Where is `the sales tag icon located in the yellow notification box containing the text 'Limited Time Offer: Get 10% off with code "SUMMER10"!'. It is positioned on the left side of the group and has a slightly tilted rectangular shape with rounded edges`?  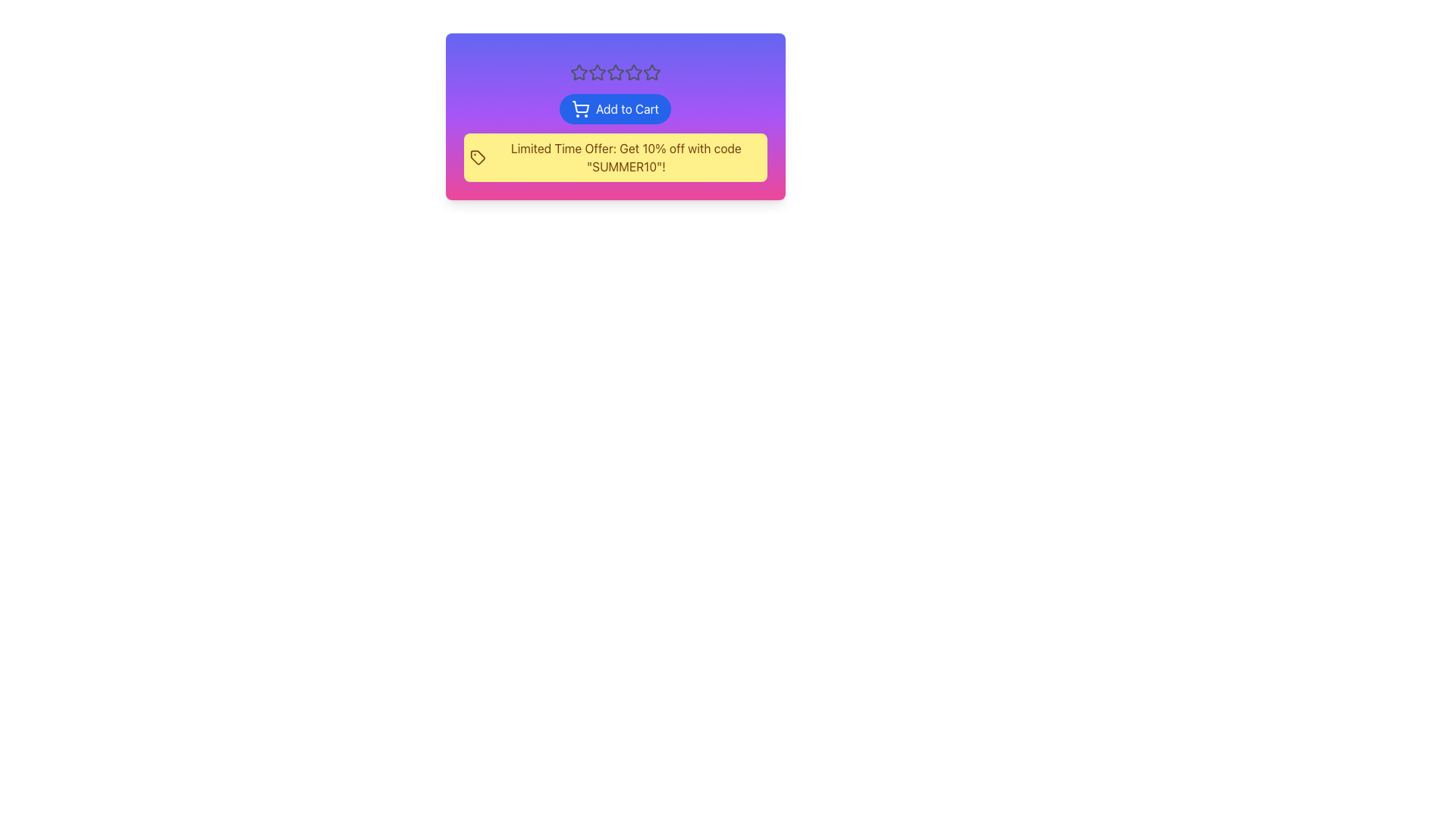
the sales tag icon located in the yellow notification box containing the text 'Limited Time Offer: Get 10% off with code "SUMMER10"!'. It is positioned on the left side of the group and has a slightly tilted rectangular shape with rounded edges is located at coordinates (476, 158).